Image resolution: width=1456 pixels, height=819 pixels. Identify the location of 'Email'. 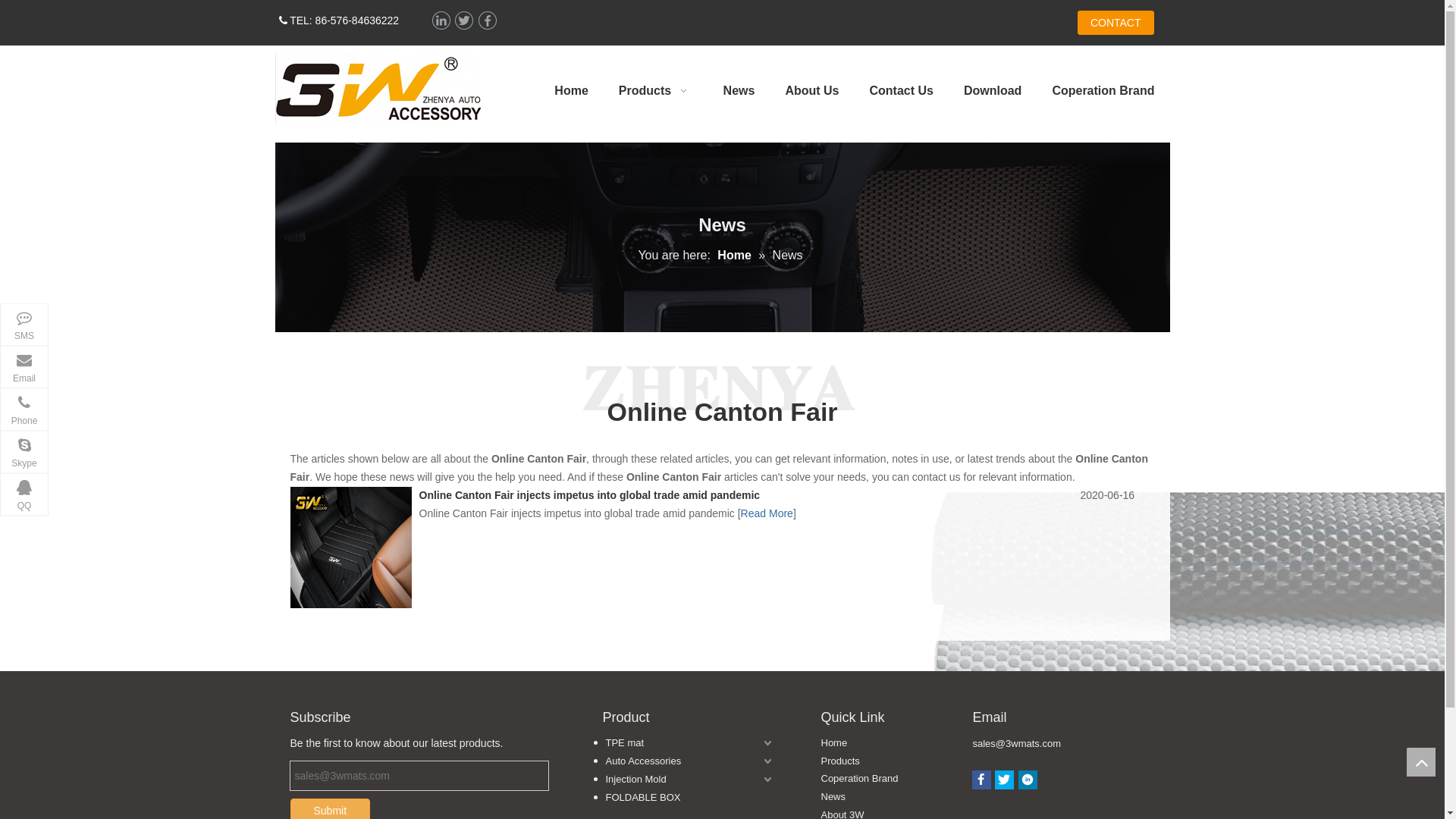
(24, 366).